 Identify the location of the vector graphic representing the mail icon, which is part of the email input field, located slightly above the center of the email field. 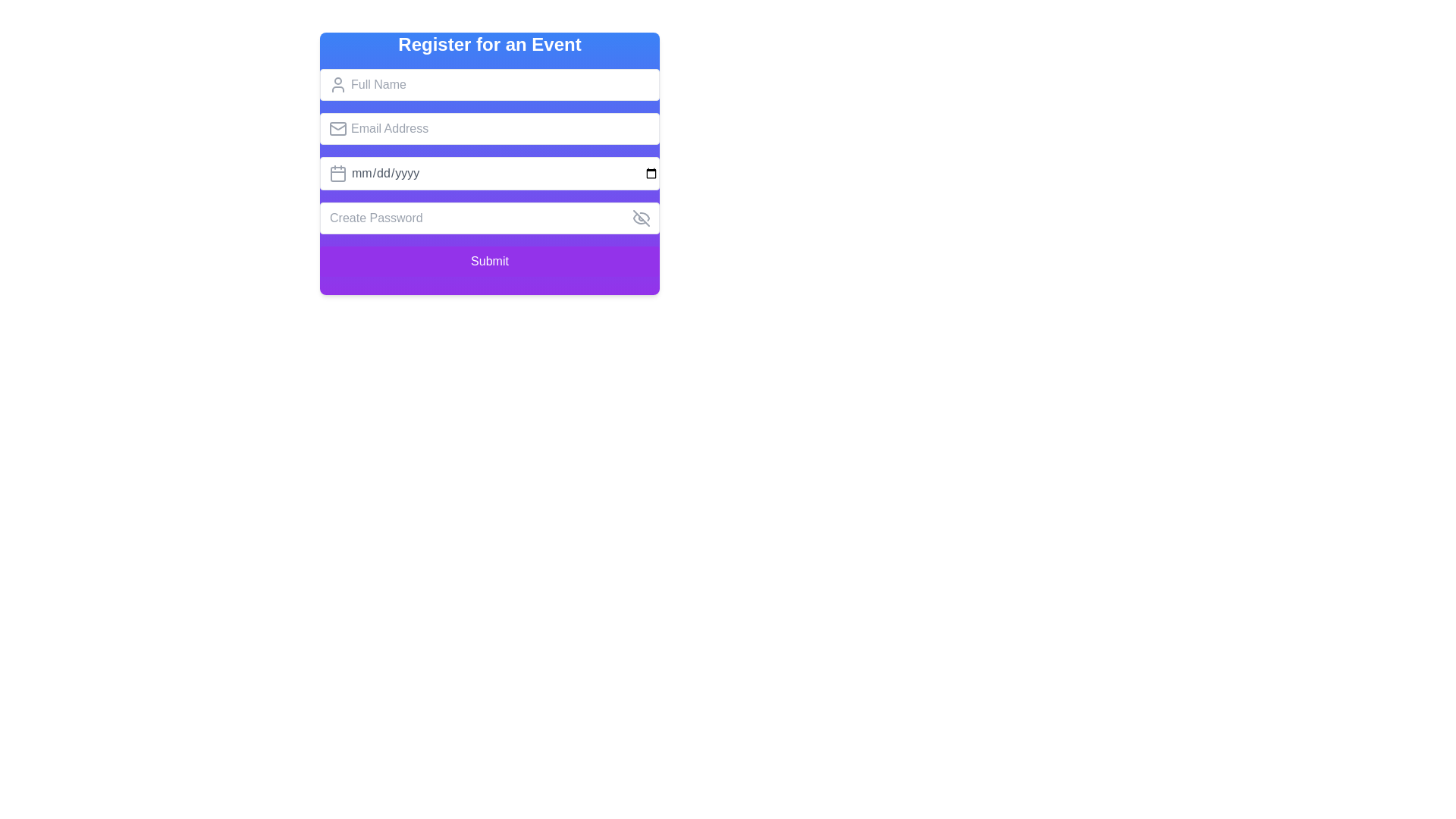
(337, 125).